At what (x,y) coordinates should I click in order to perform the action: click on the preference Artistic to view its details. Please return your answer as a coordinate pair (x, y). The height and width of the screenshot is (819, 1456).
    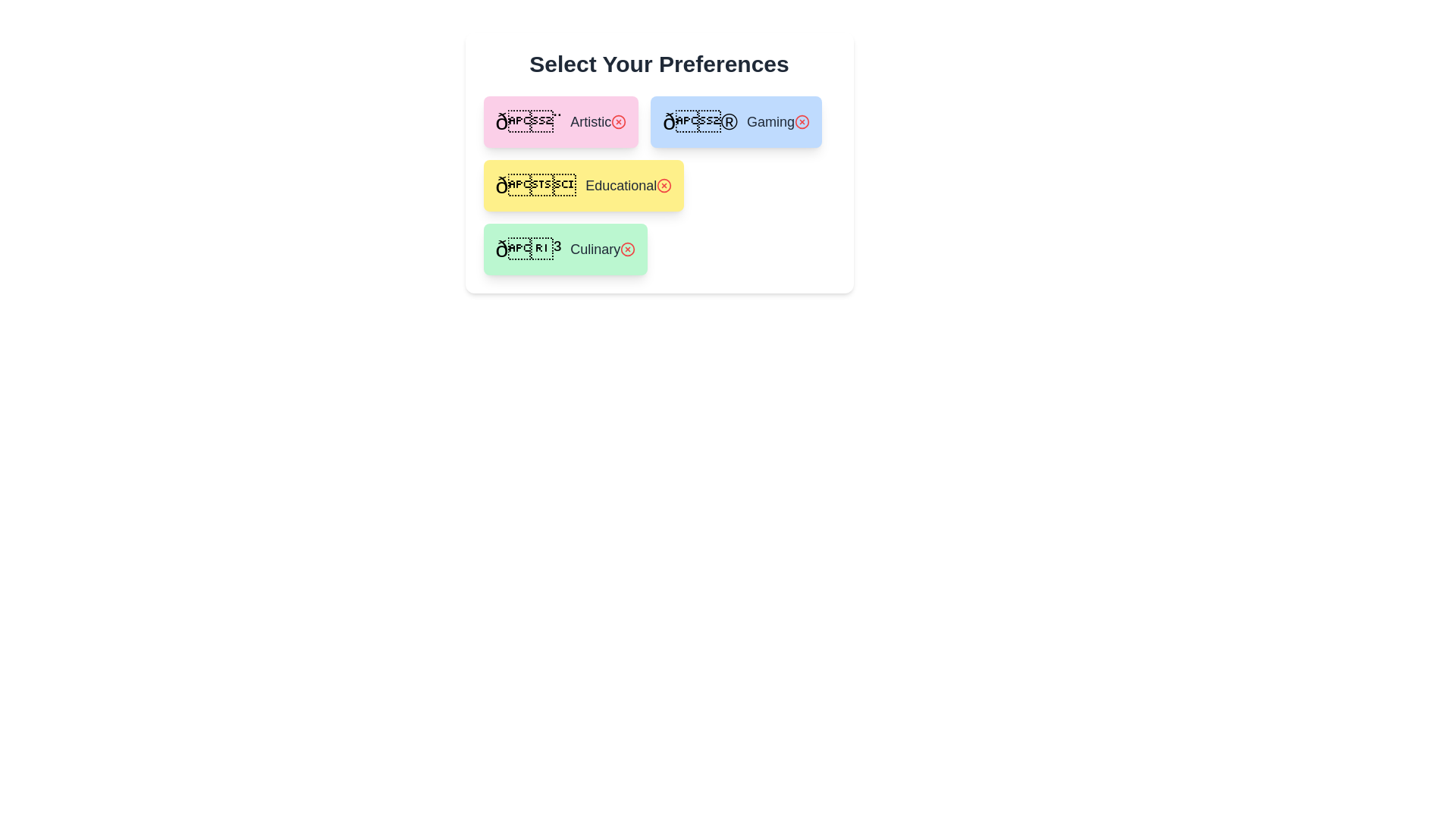
    Looking at the image, I should click on (560, 121).